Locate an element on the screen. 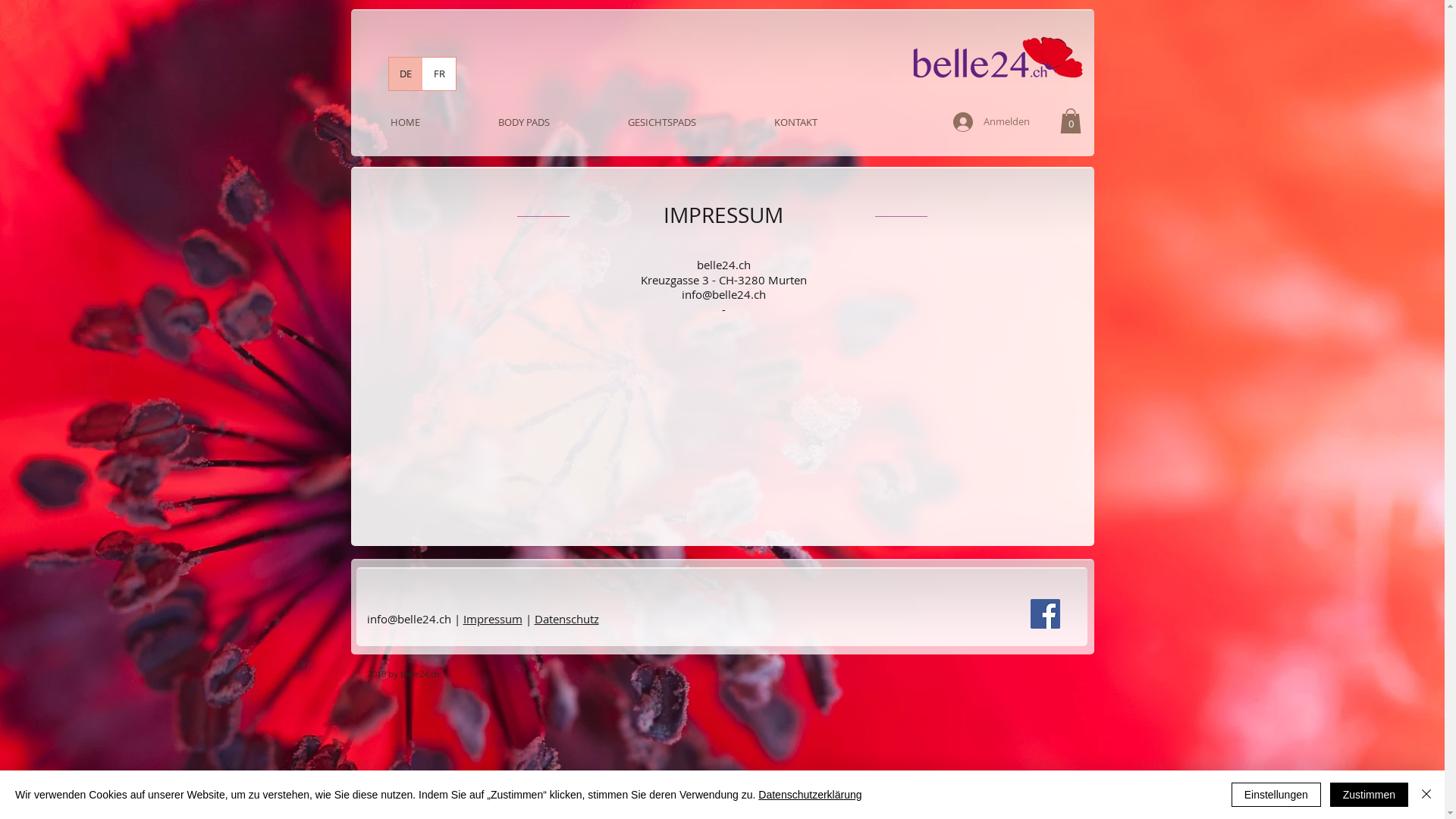 The image size is (1456, 819). 'HOME' is located at coordinates (405, 121).